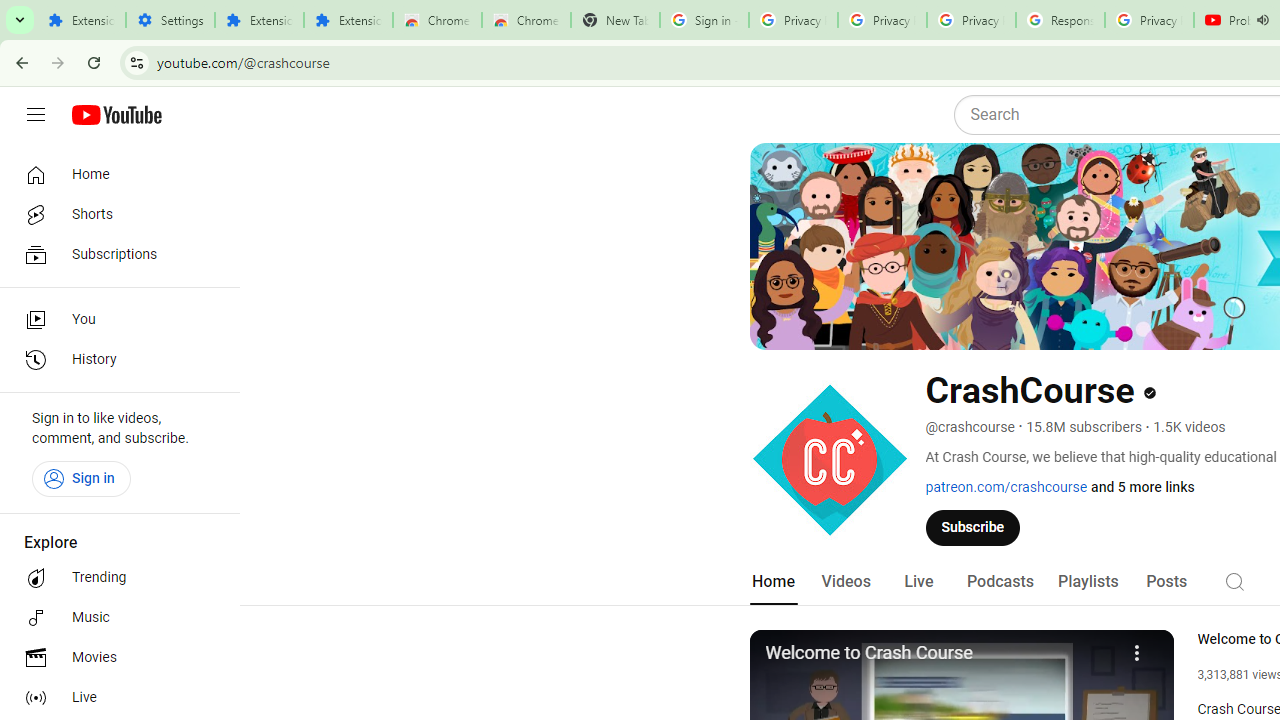  Describe the element at coordinates (112, 173) in the screenshot. I see `'Home'` at that location.